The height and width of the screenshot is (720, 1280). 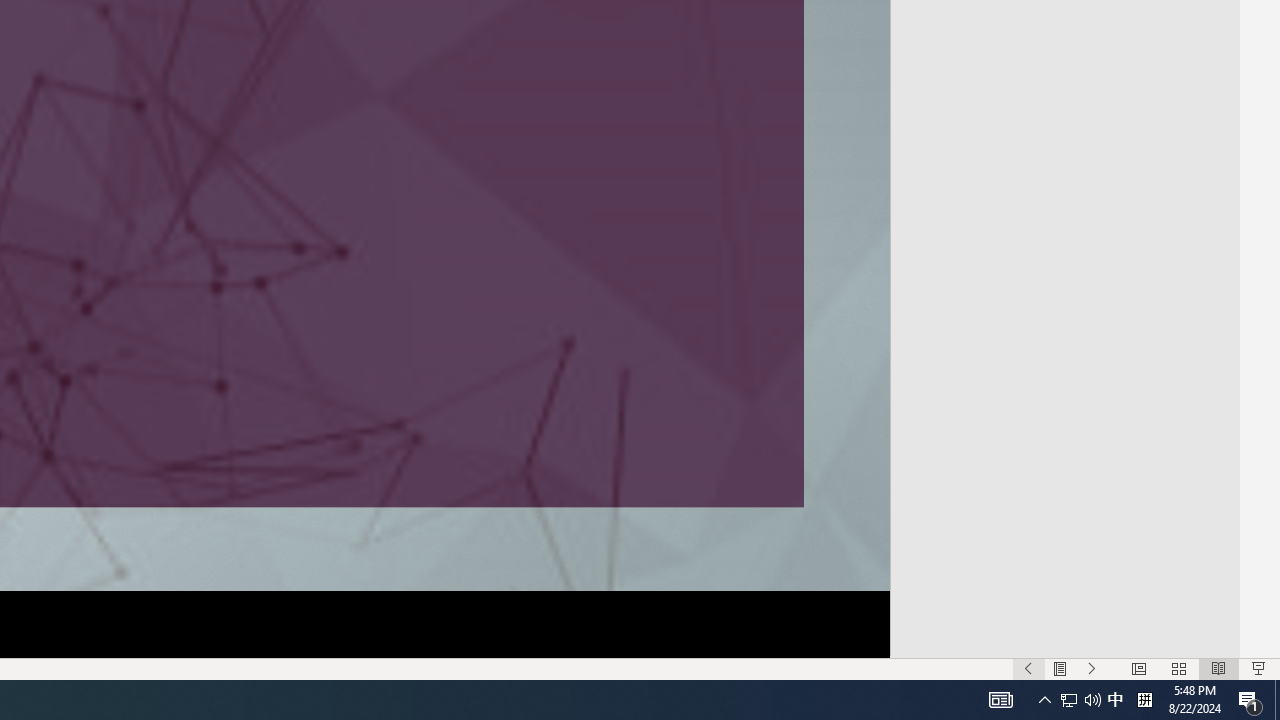 I want to click on 'Slide Show Next On', so click(x=1091, y=669).